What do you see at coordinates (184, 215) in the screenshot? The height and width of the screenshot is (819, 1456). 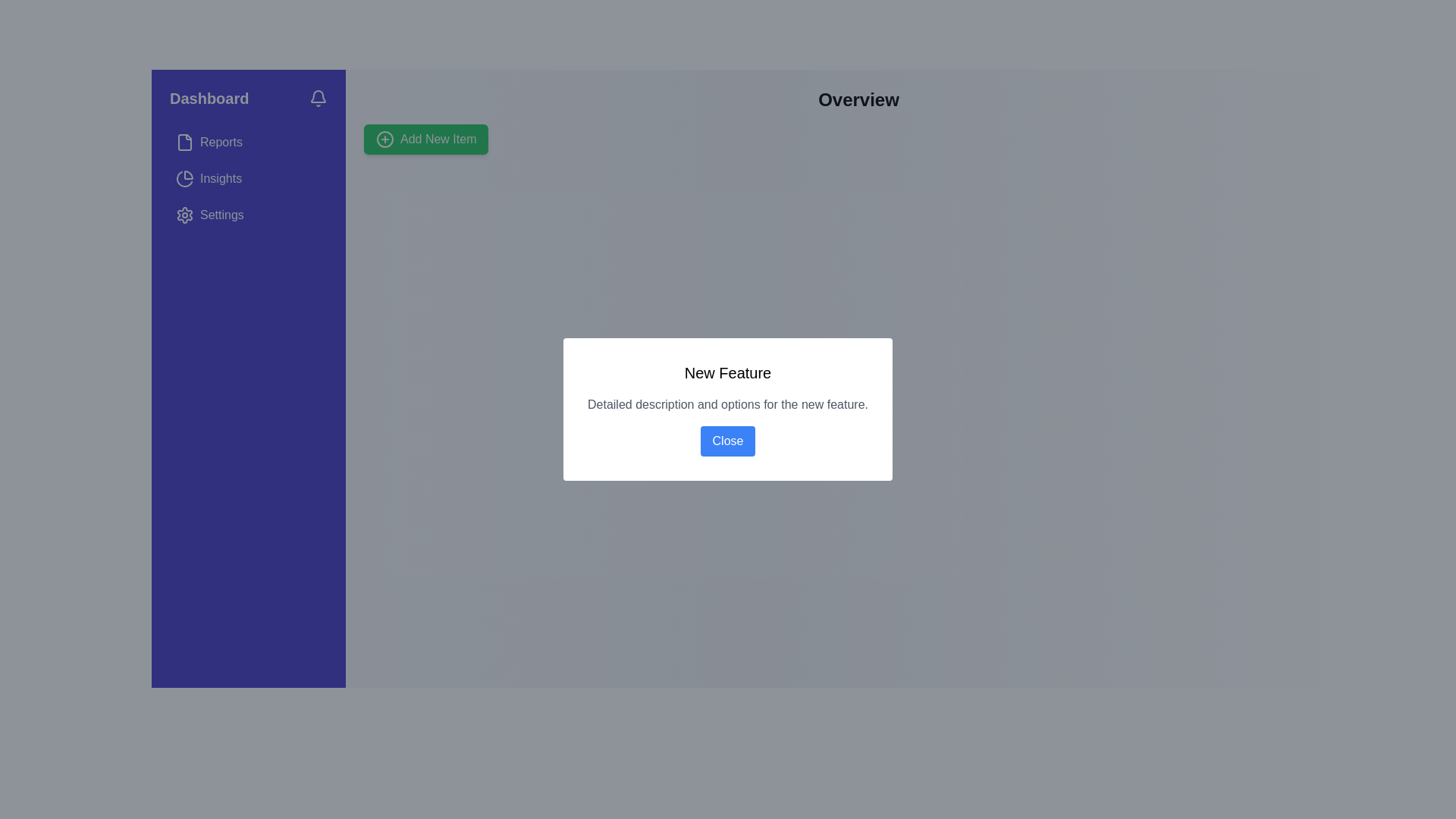 I see `the settings menu icon located in the vertical navigation bar, which is positioned third under 'Reports' and 'Insights', adjacent to the 'Settings' label` at bounding box center [184, 215].